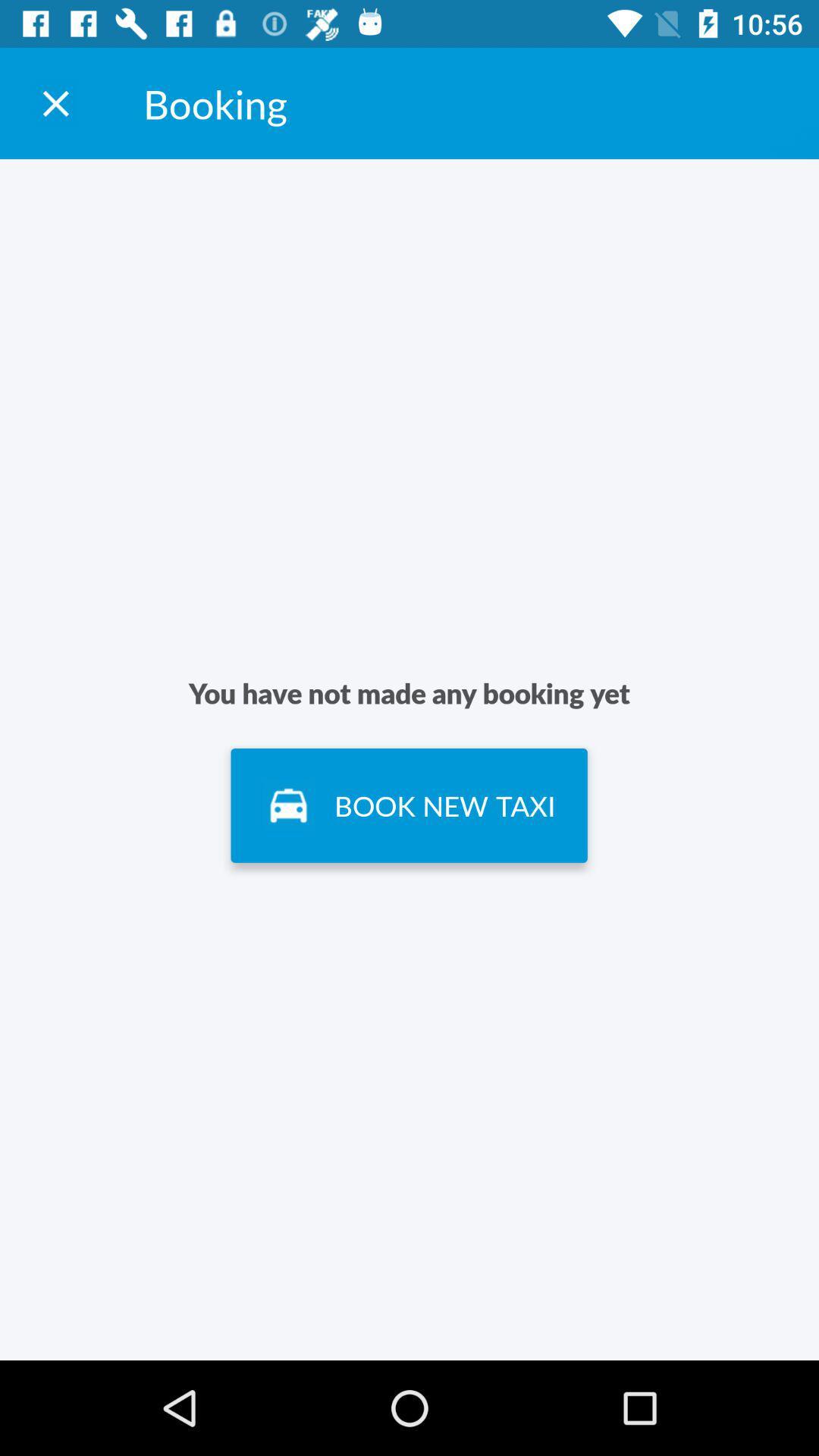 The image size is (819, 1456). I want to click on the book new taxi, so click(408, 805).